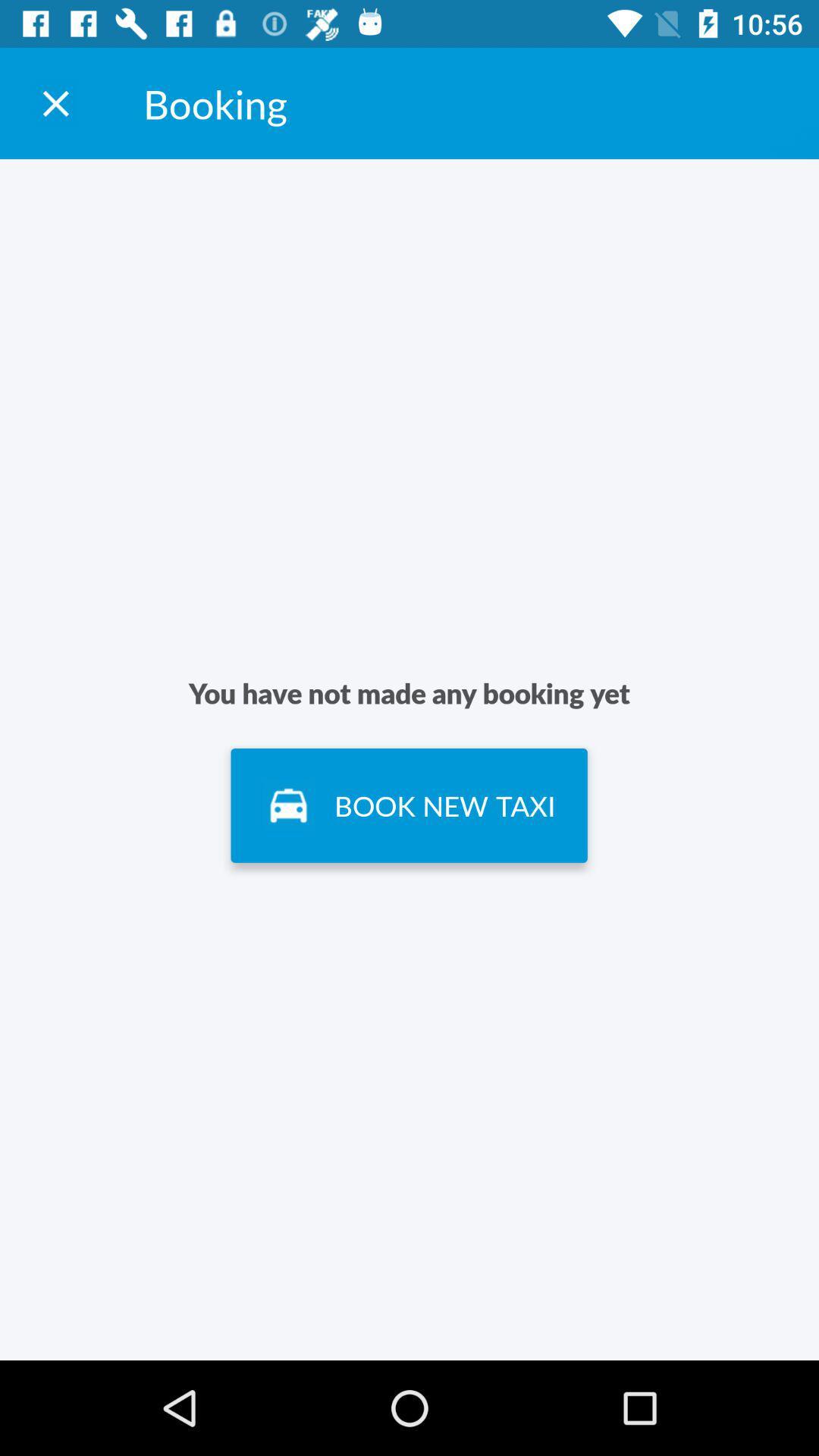 The image size is (819, 1456). I want to click on the book new taxi, so click(408, 805).